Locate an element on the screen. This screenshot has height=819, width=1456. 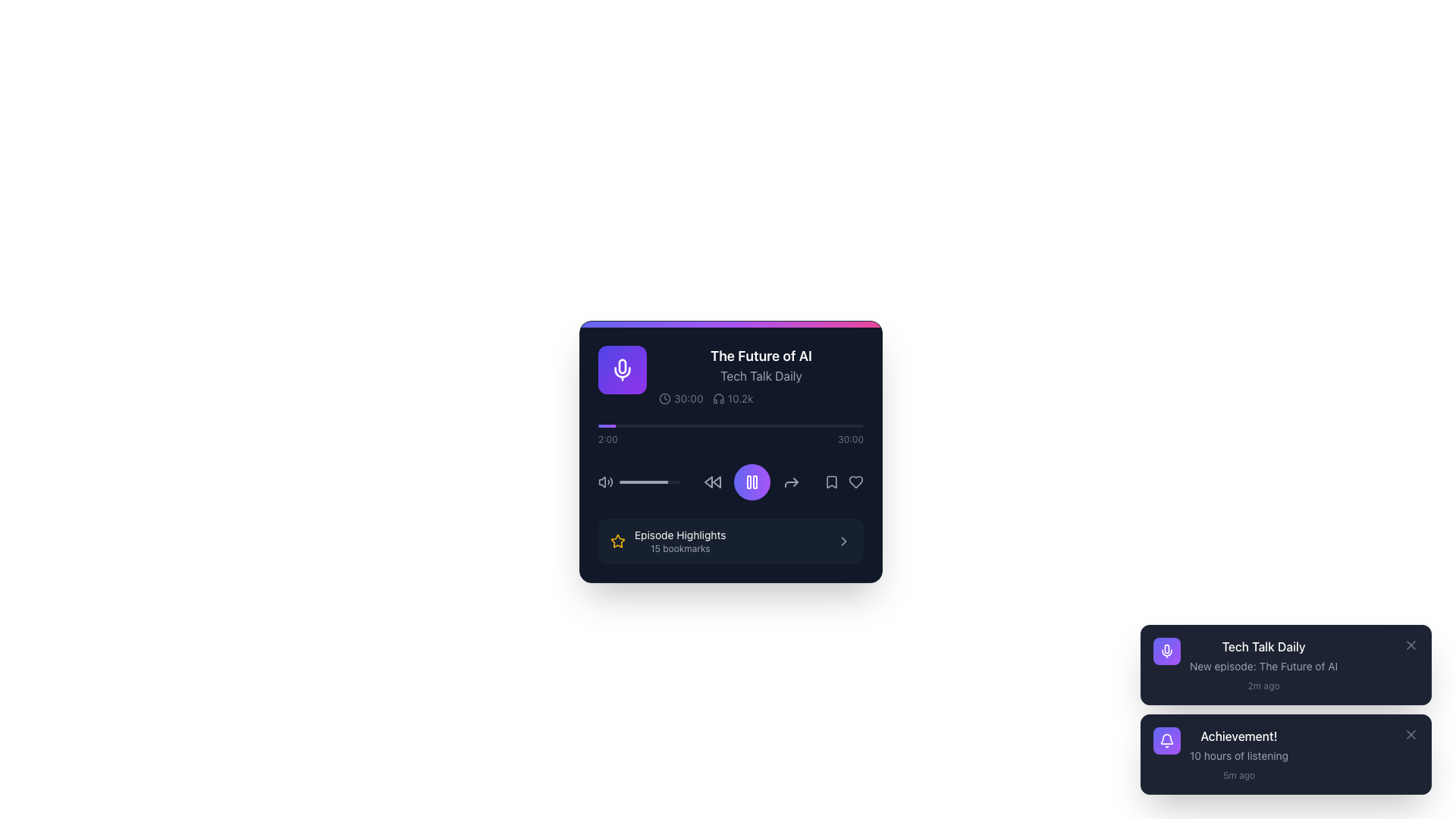
the volume is located at coordinates (637, 482).